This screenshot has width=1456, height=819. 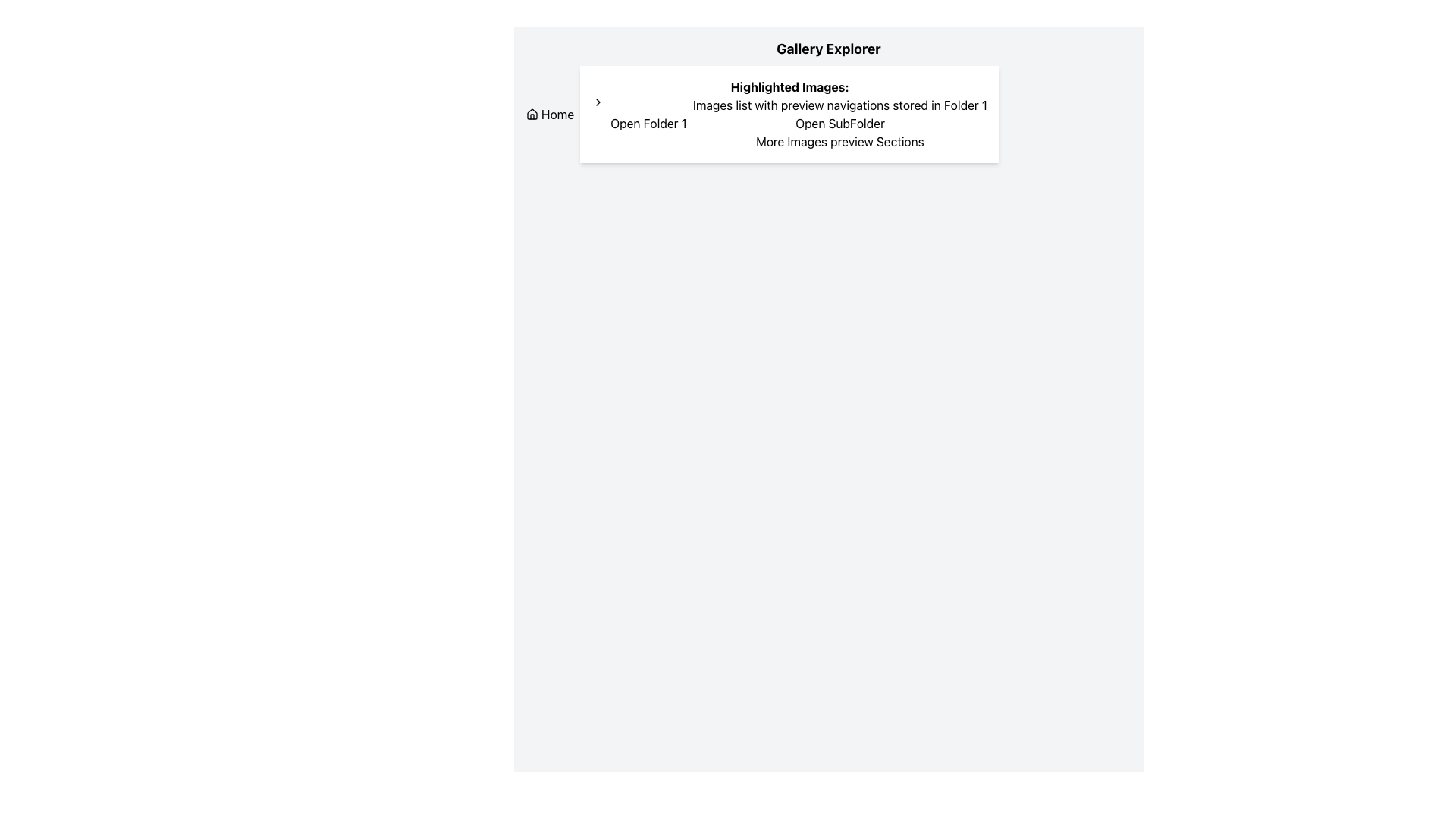 What do you see at coordinates (789, 113) in the screenshot?
I see `the section titled 'Highlighted Images:' which contains buttons 'Open Folder 1' and 'Open SubFolder' for tooltips` at bounding box center [789, 113].